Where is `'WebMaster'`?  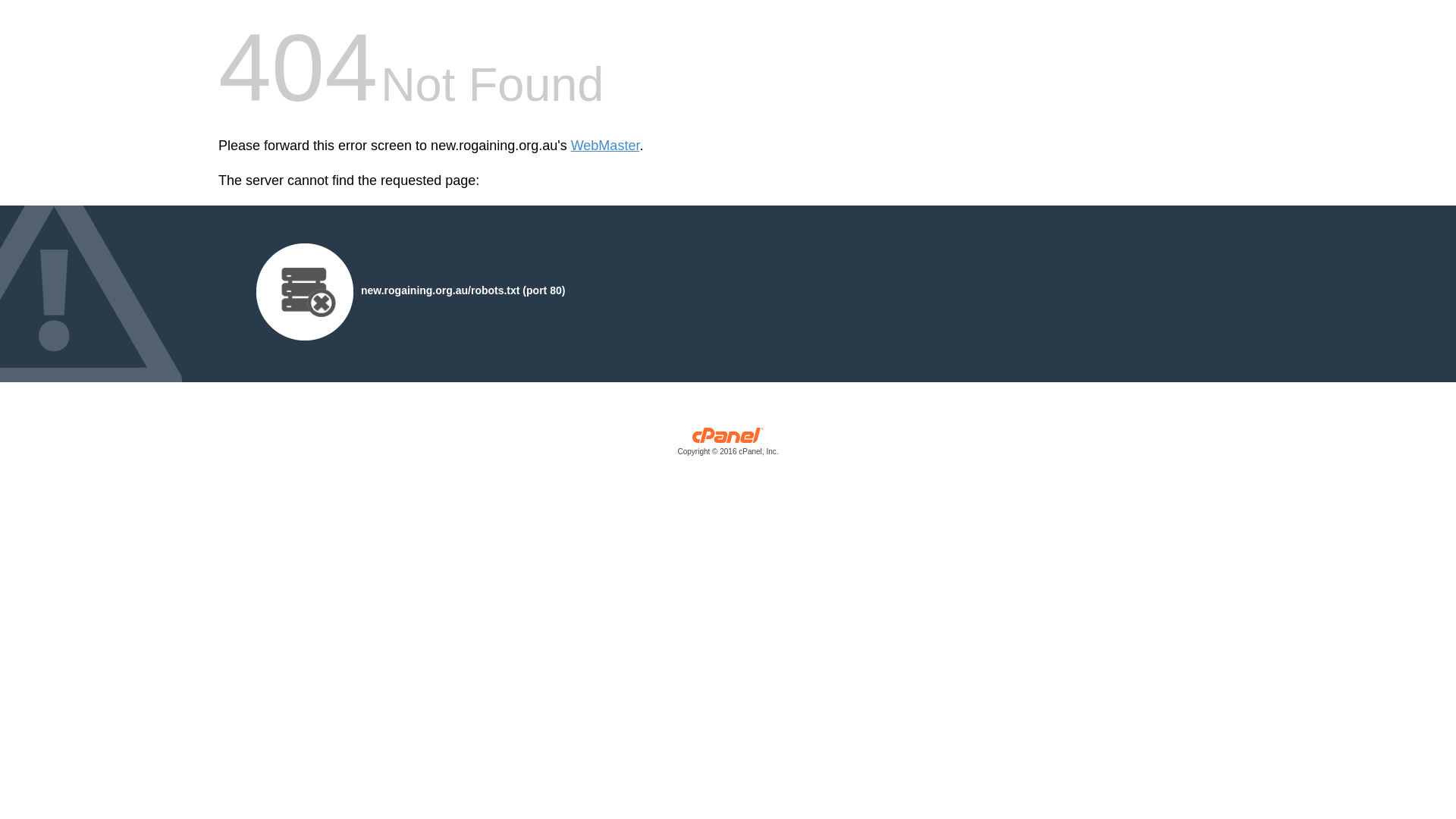
'WebMaster' is located at coordinates (570, 146).